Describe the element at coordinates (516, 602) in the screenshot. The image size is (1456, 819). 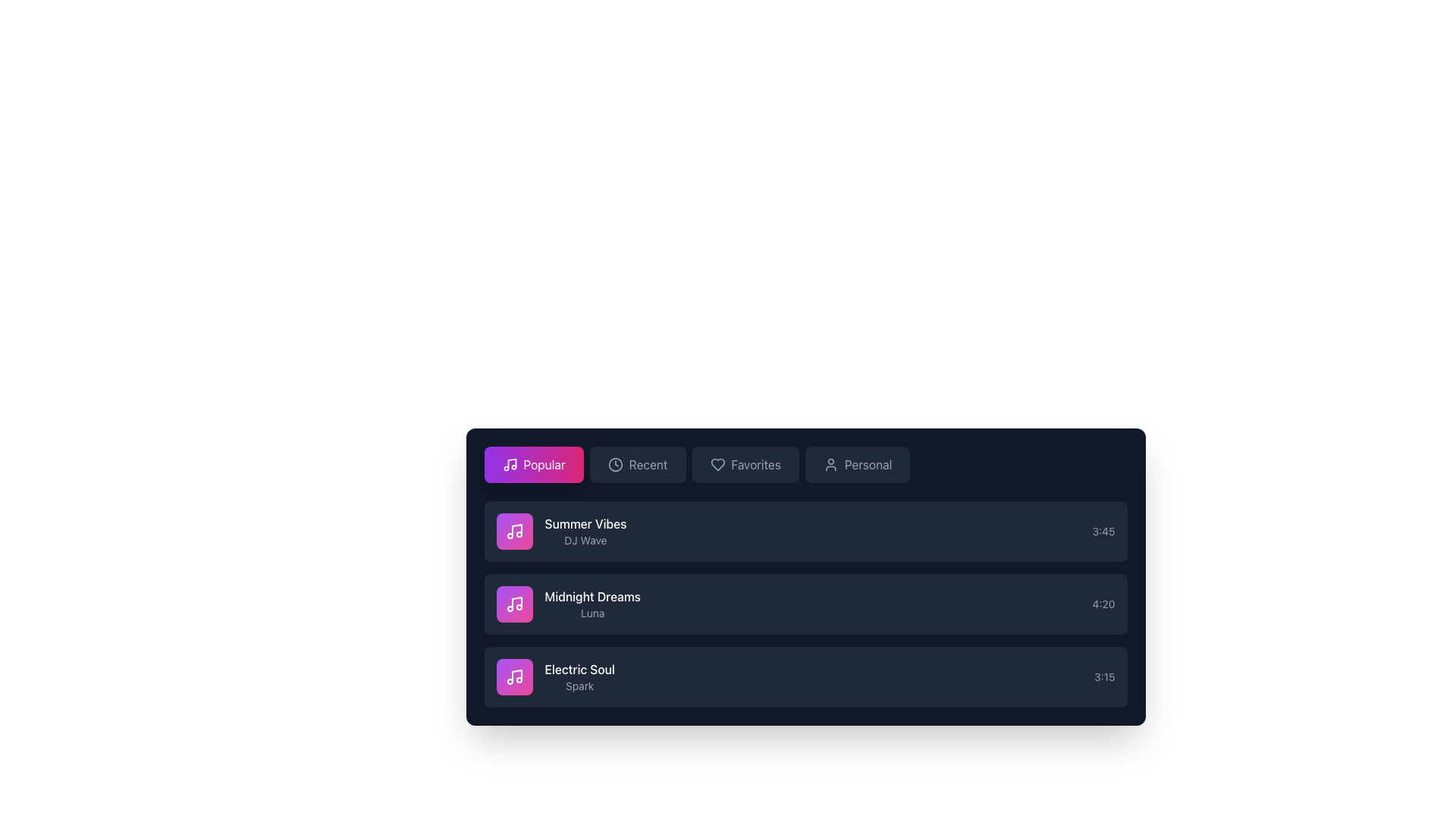
I see `the musical notes icon, which features a vertical note stem and a round note head, located to the left of the text 'Midnight Dreams' in the second list item of the playlist section` at that location.